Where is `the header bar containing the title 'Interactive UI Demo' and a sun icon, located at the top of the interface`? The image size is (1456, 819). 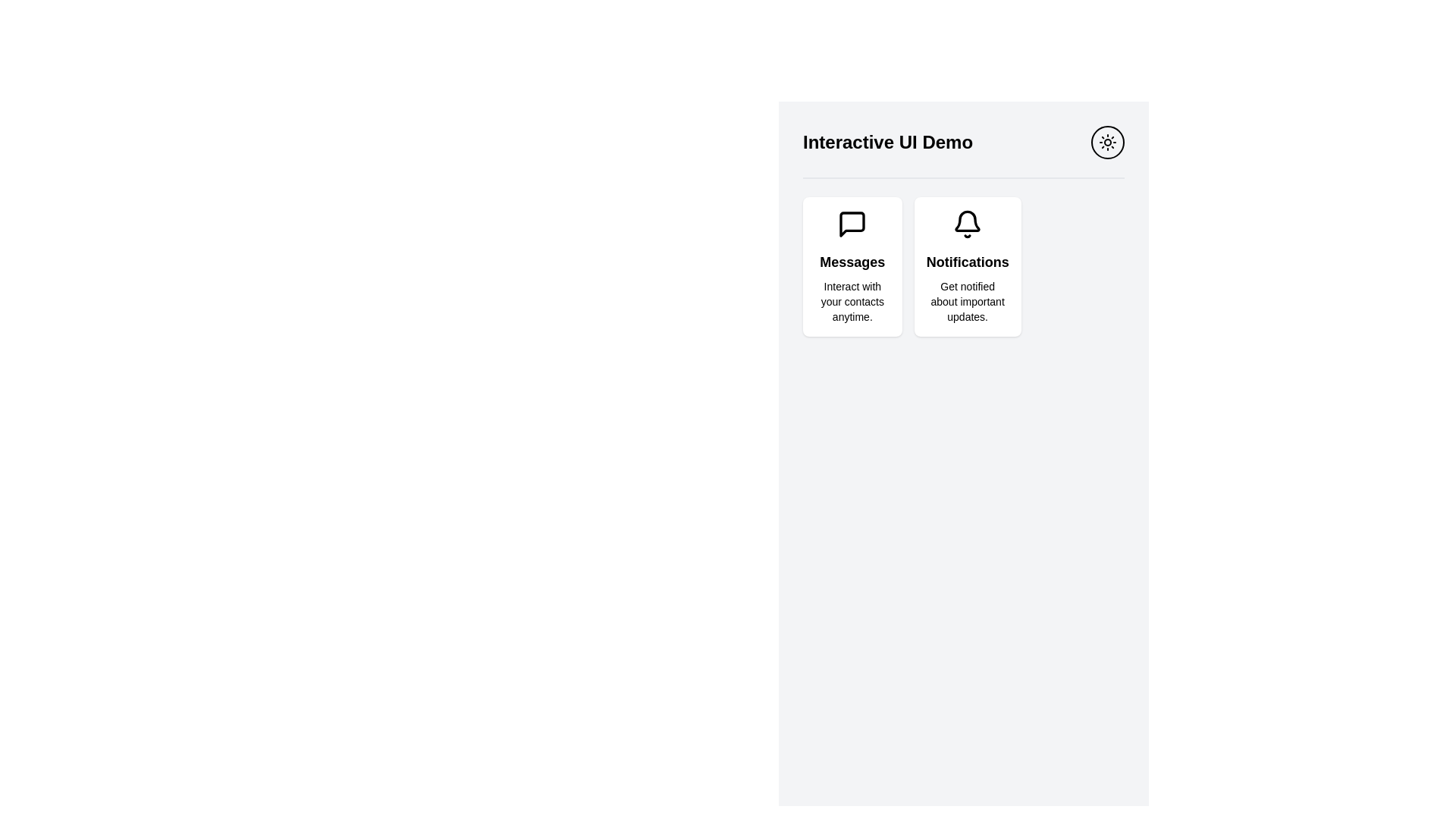
the header bar containing the title 'Interactive UI Demo' and a sun icon, located at the top of the interface is located at coordinates (963, 152).